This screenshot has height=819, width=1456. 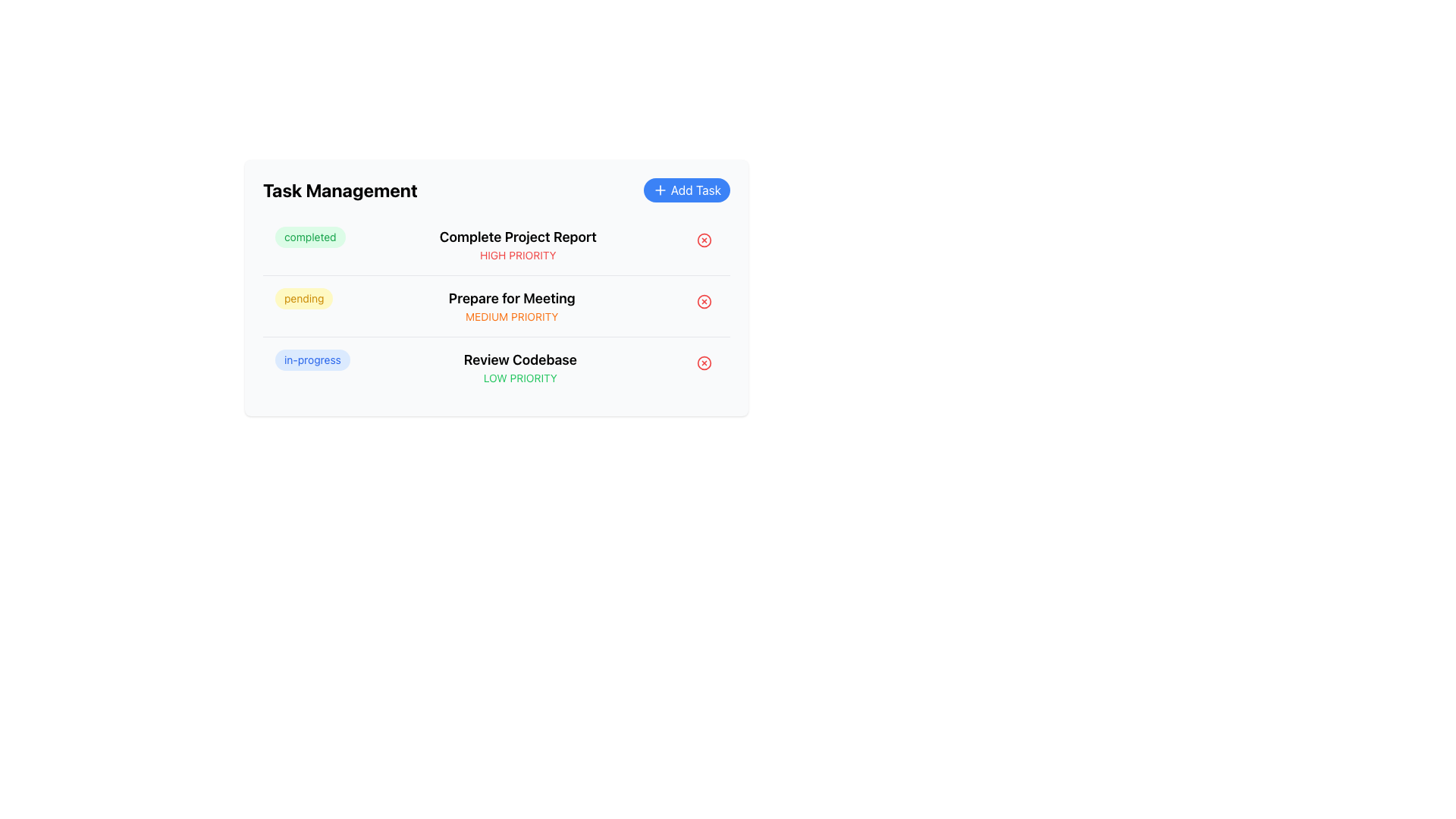 What do you see at coordinates (496, 306) in the screenshot?
I see `task details of the second task item in the task management interface, which is located between 'Complete Project Report' and 'Review Codebase'` at bounding box center [496, 306].